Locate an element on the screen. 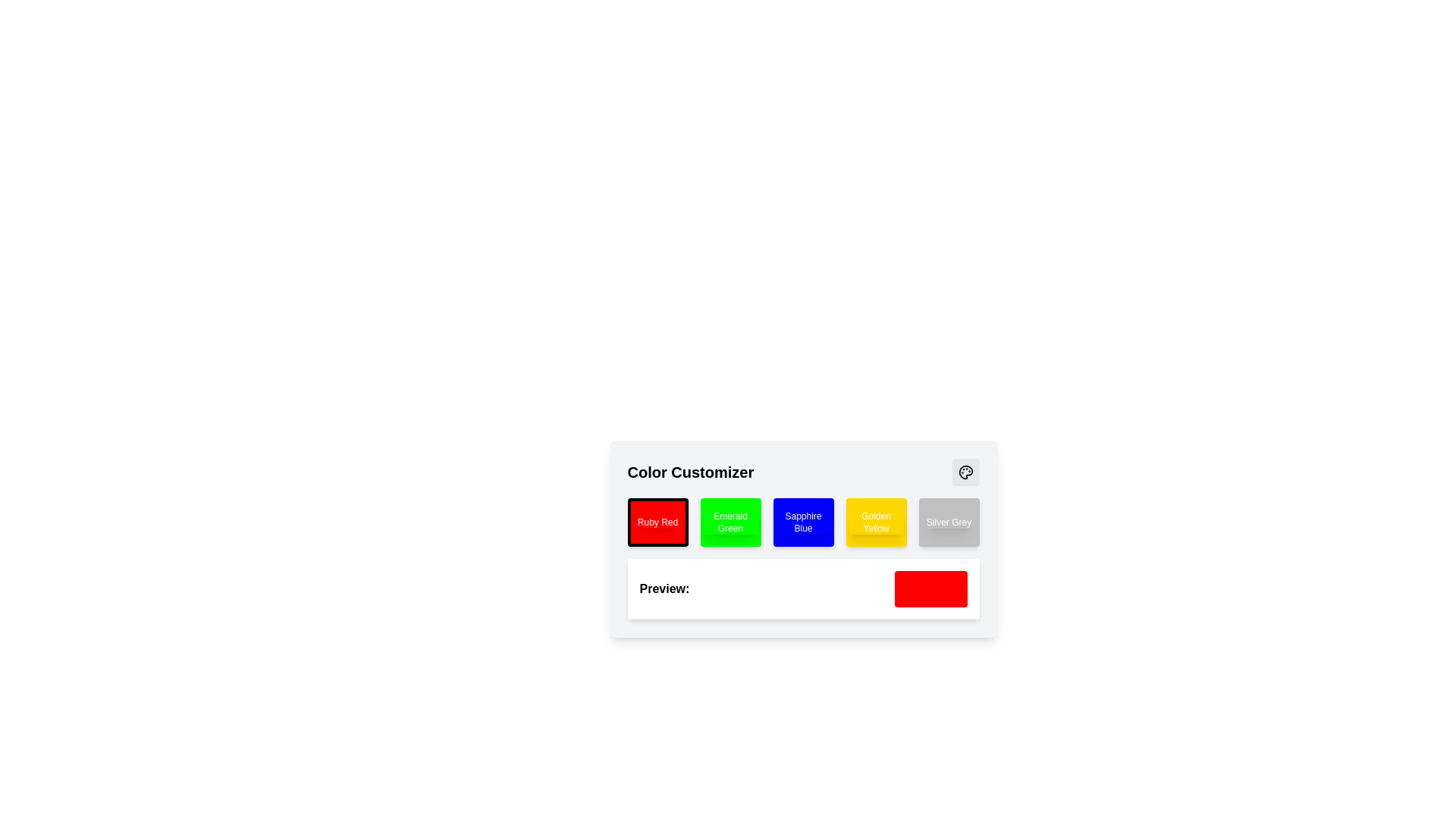 This screenshot has width=1456, height=819. the 'Golden Yellow' button, which is a rectangular button with rounded corners and a bright golden yellow background, featuring the text 'Golden Yellow' in a white, bold font is located at coordinates (876, 522).